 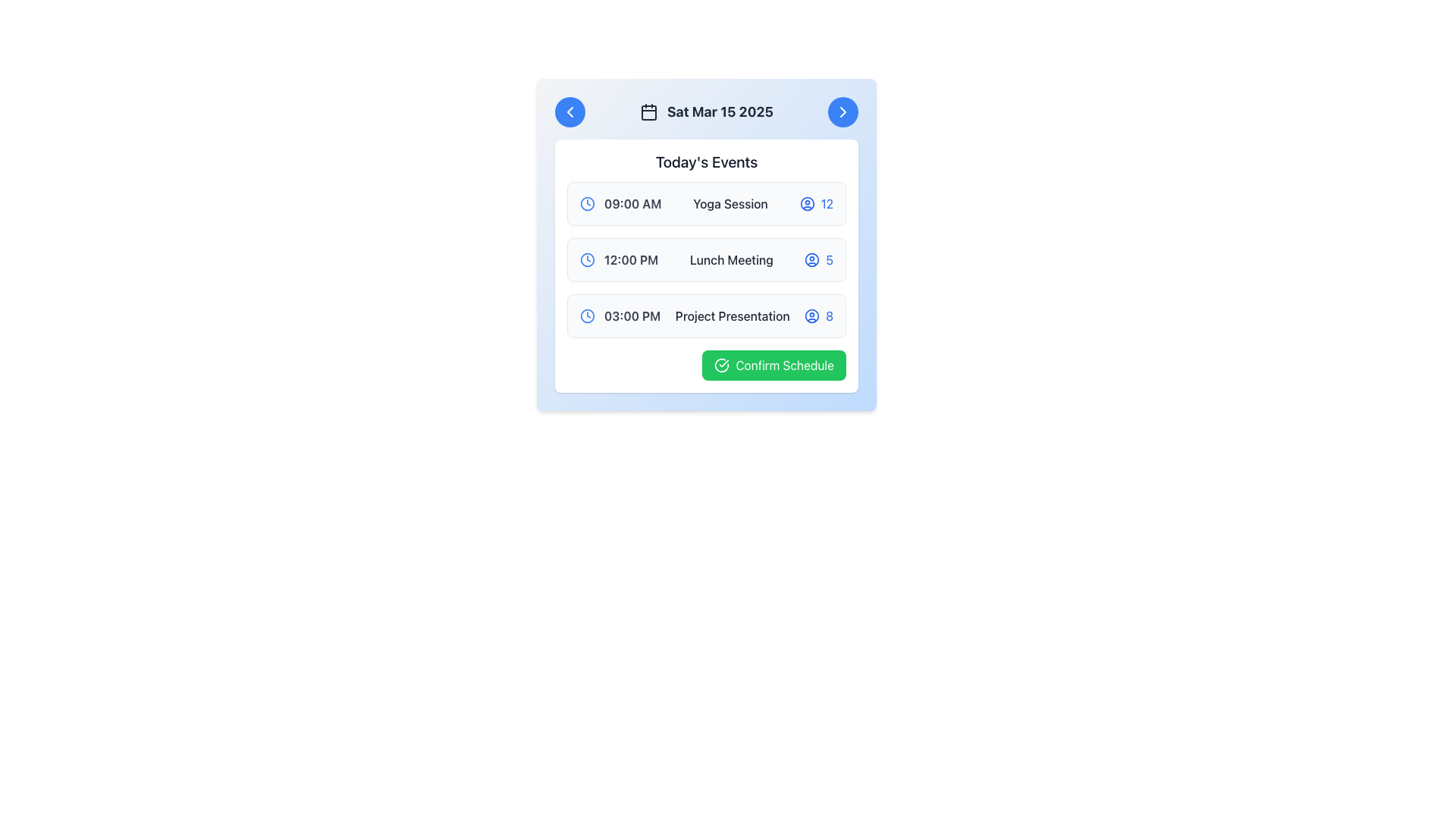 What do you see at coordinates (811, 315) in the screenshot?
I see `the user avatar icon with a thin blue stroke next to the number 8 in the '03:00 PM Project Presentation' event` at bounding box center [811, 315].